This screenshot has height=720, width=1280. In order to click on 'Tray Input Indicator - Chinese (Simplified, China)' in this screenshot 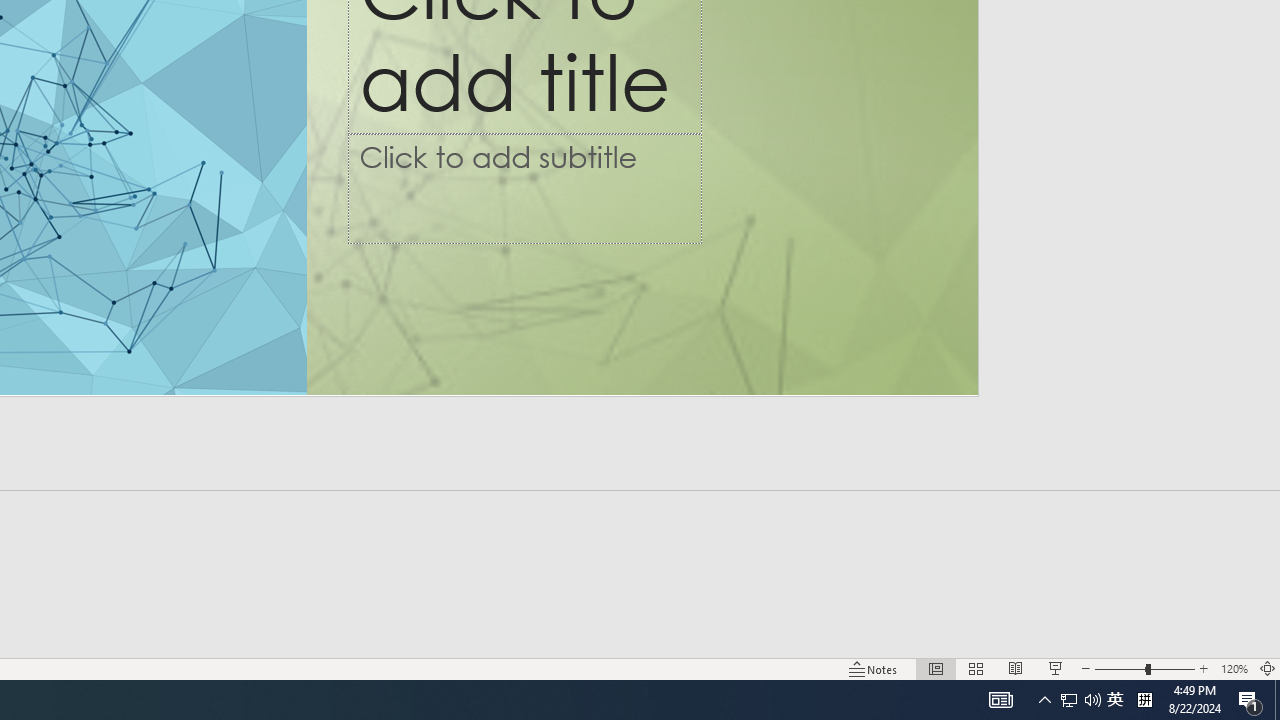, I will do `click(1144, 698)`.